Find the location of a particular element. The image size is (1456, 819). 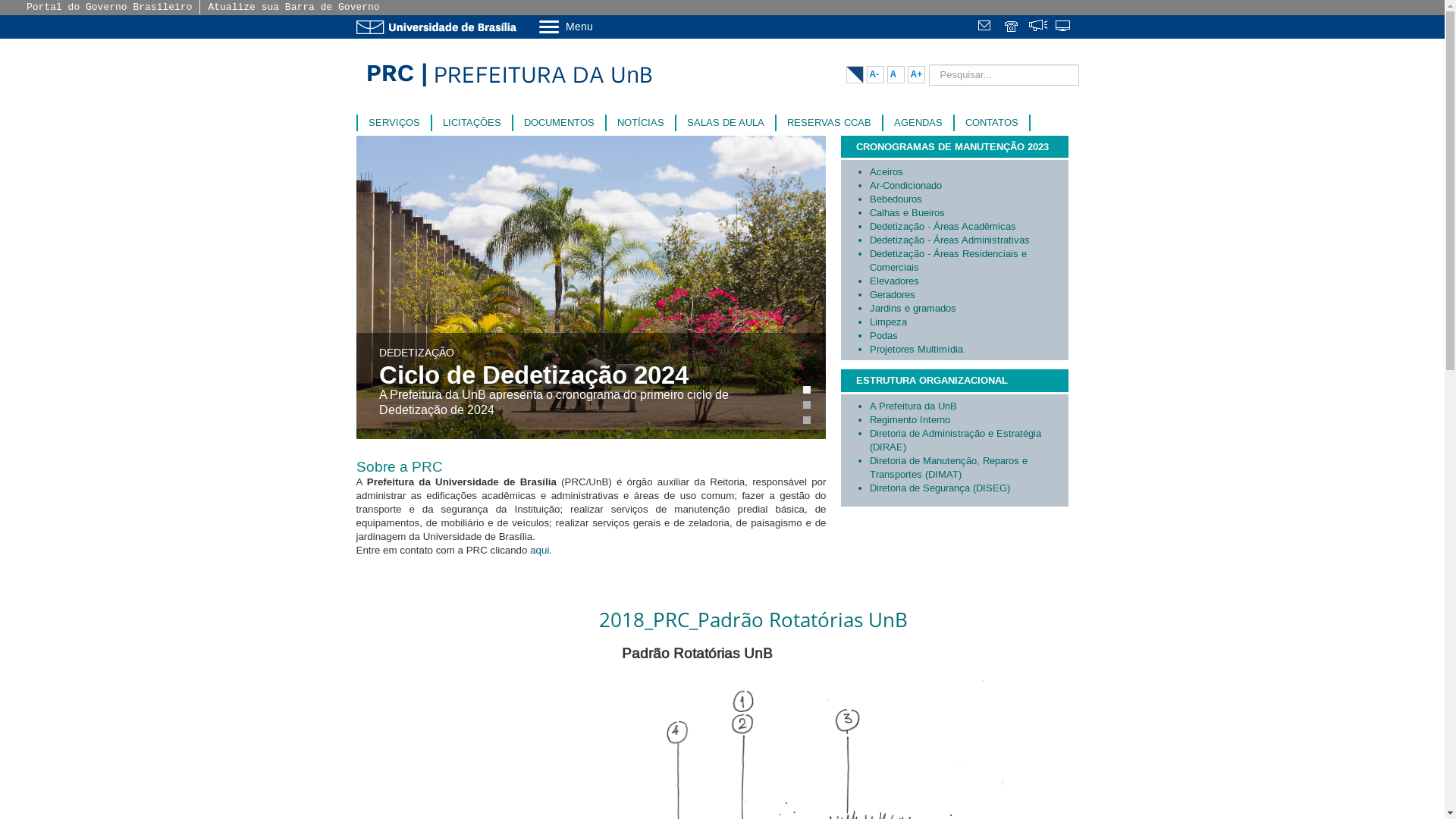

'aqui.  ' is located at coordinates (543, 550).